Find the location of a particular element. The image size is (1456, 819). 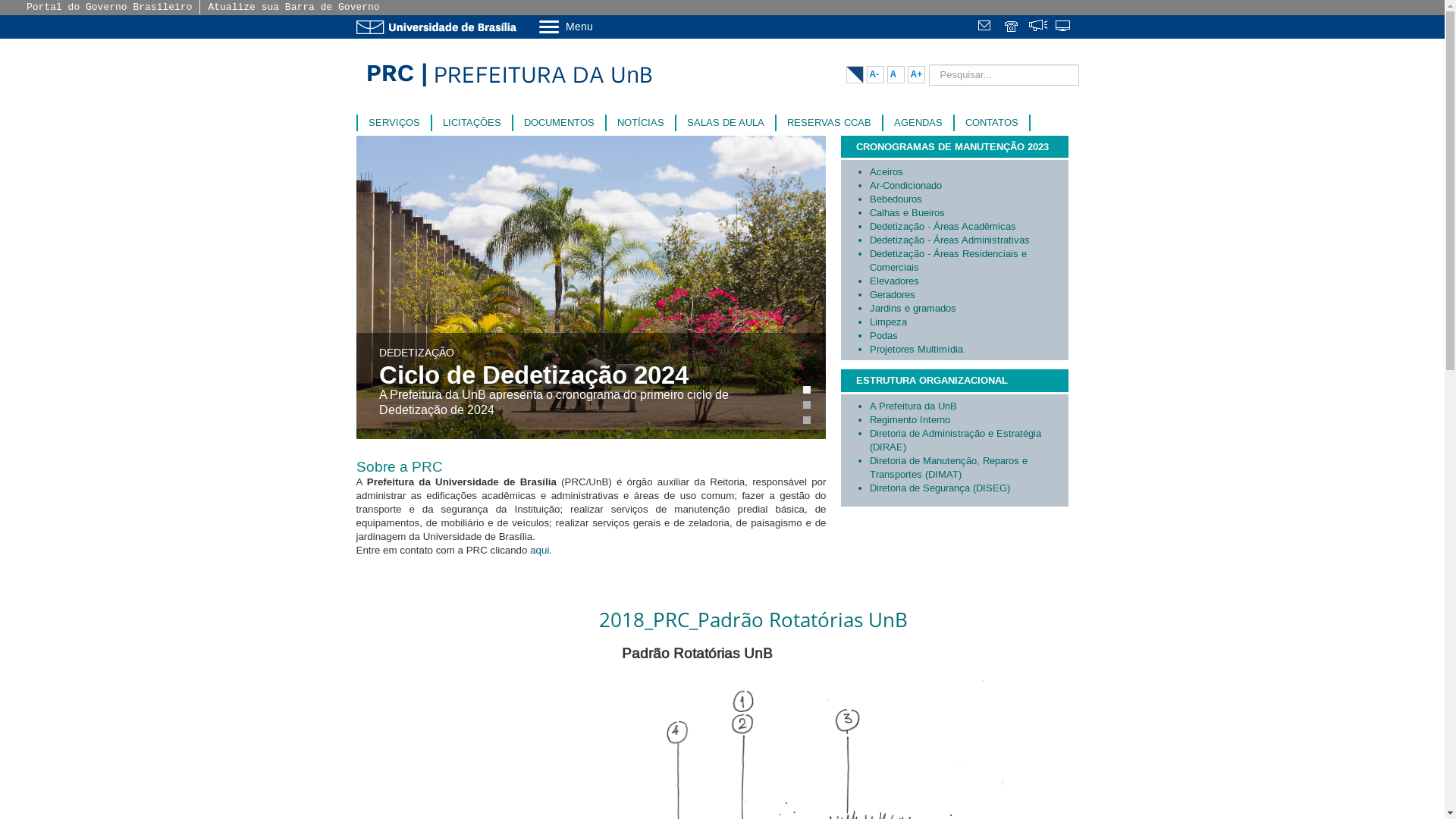

'aqui.  ' is located at coordinates (543, 550).